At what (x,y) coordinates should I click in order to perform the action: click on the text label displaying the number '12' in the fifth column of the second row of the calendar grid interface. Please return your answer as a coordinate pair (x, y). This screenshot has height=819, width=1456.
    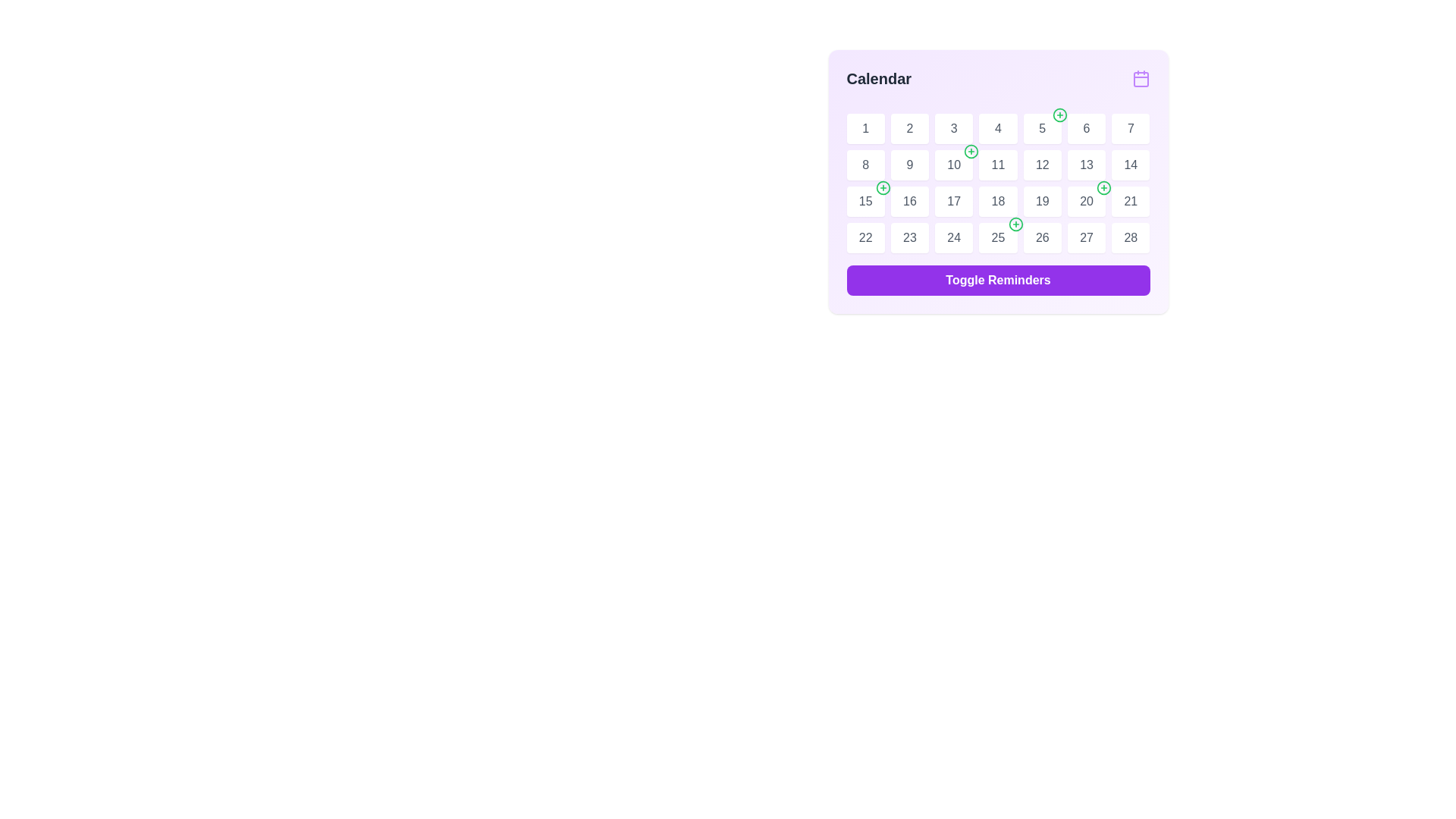
    Looking at the image, I should click on (1041, 165).